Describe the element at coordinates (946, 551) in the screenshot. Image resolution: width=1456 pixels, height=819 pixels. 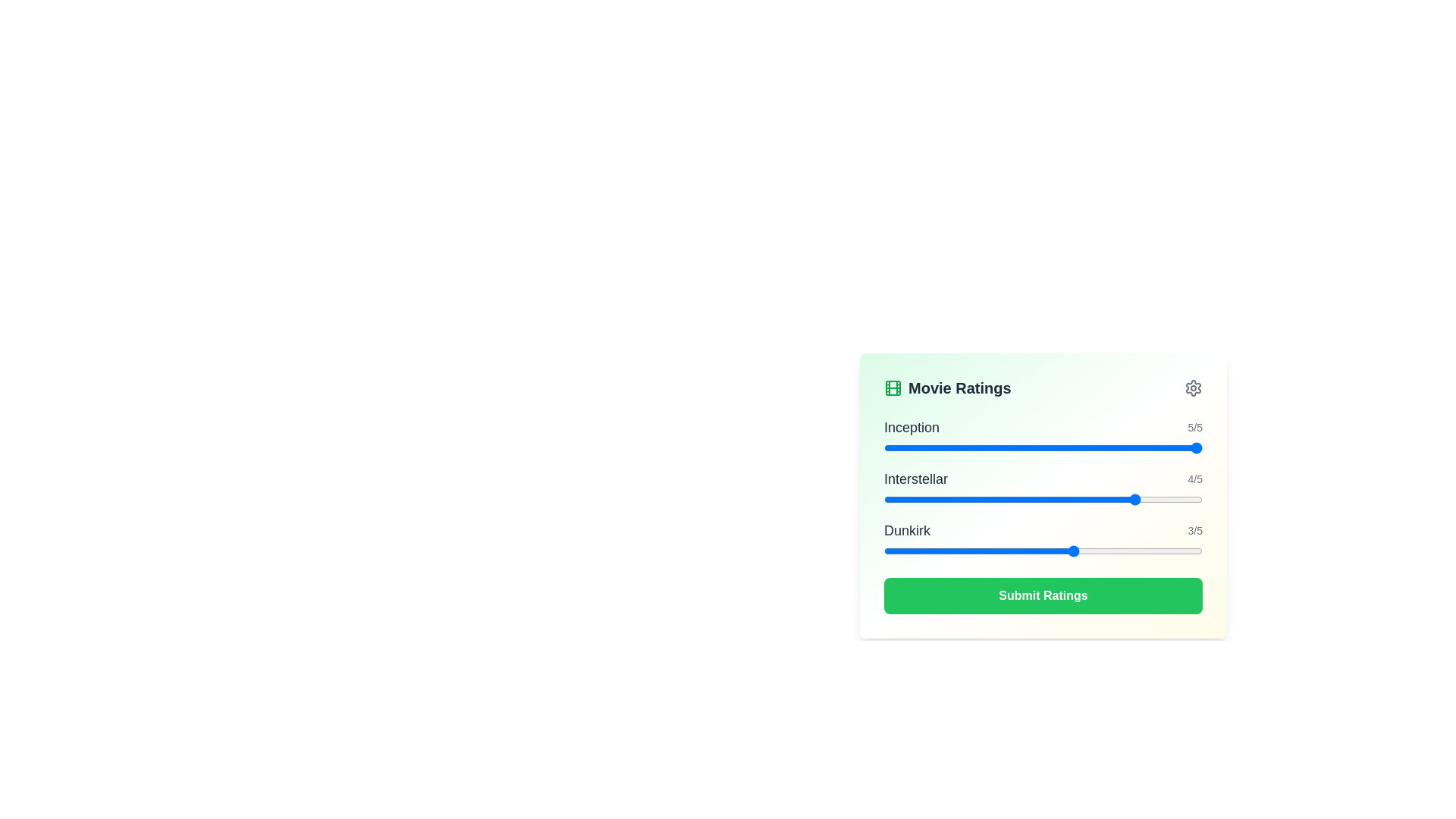
I see `the Dunkirk movie rating` at that location.